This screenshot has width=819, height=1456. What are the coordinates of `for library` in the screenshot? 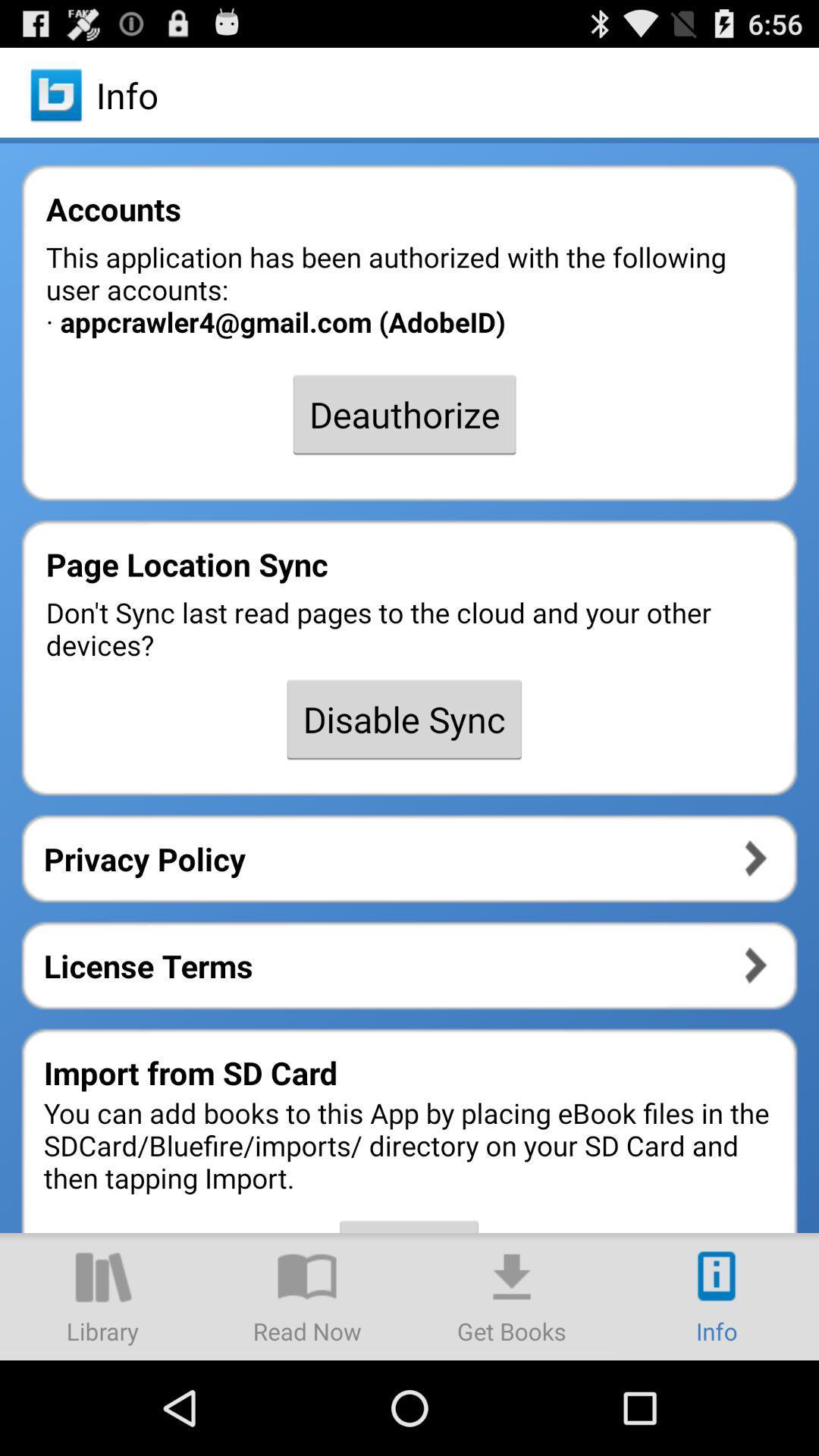 It's located at (102, 1295).